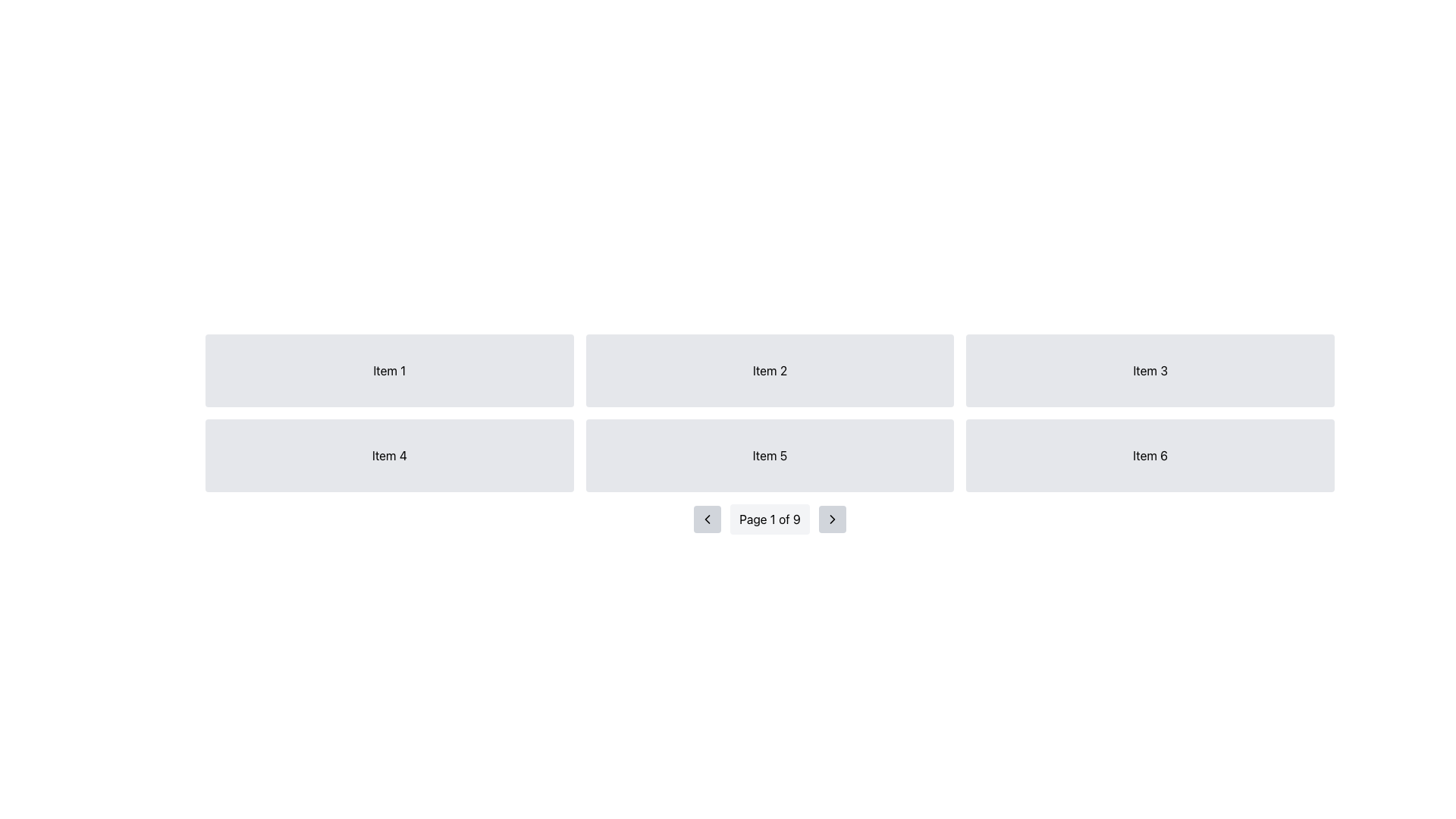 The width and height of the screenshot is (1456, 819). Describe the element at coordinates (389, 371) in the screenshot. I see `the rectangular tile with a light gray background and centered text 'Item 1', located in the top-left corner of the grid` at that location.